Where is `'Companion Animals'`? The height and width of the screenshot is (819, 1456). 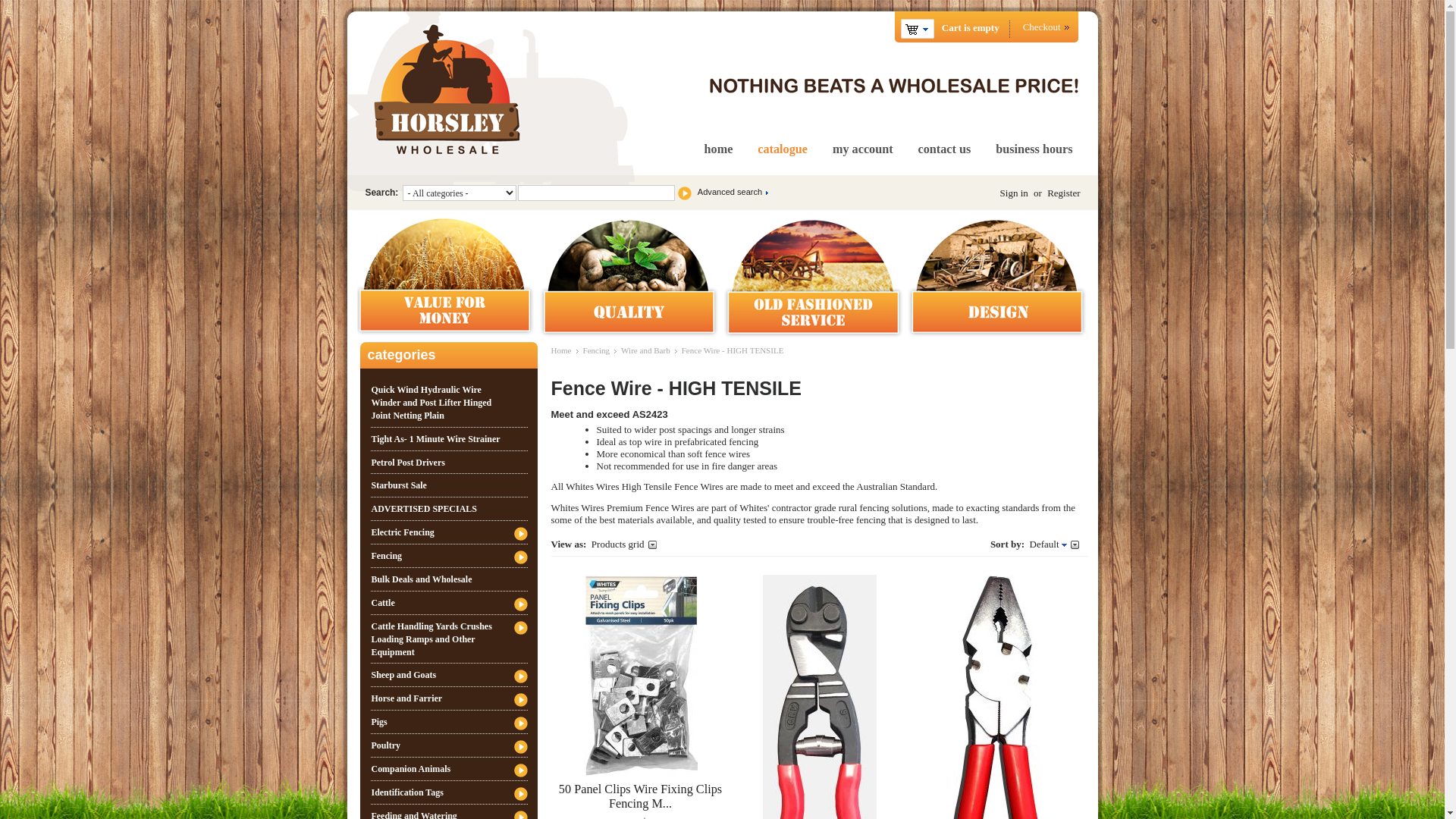 'Companion Animals' is located at coordinates (447, 769).